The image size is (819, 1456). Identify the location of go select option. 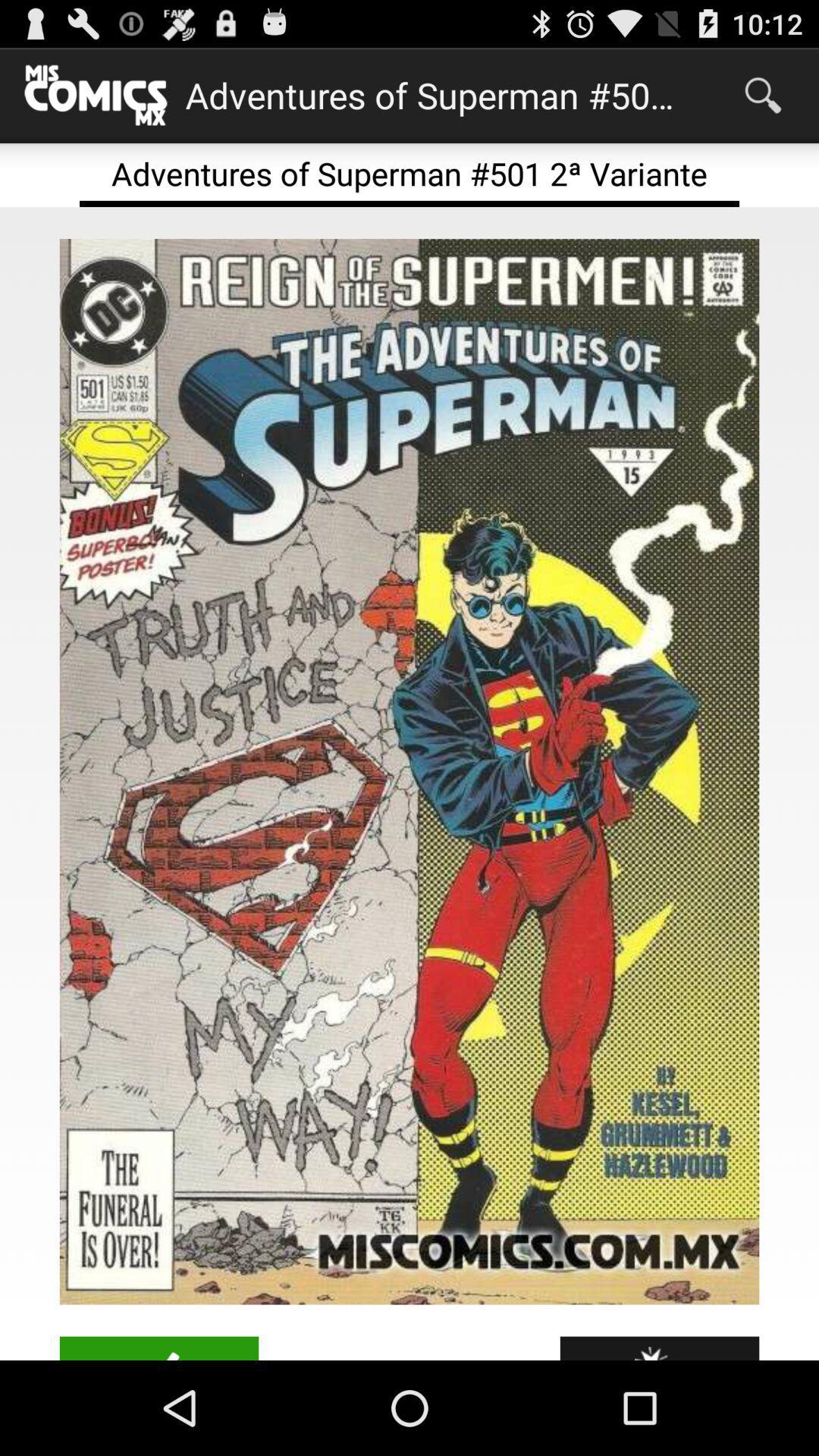
(158, 1348).